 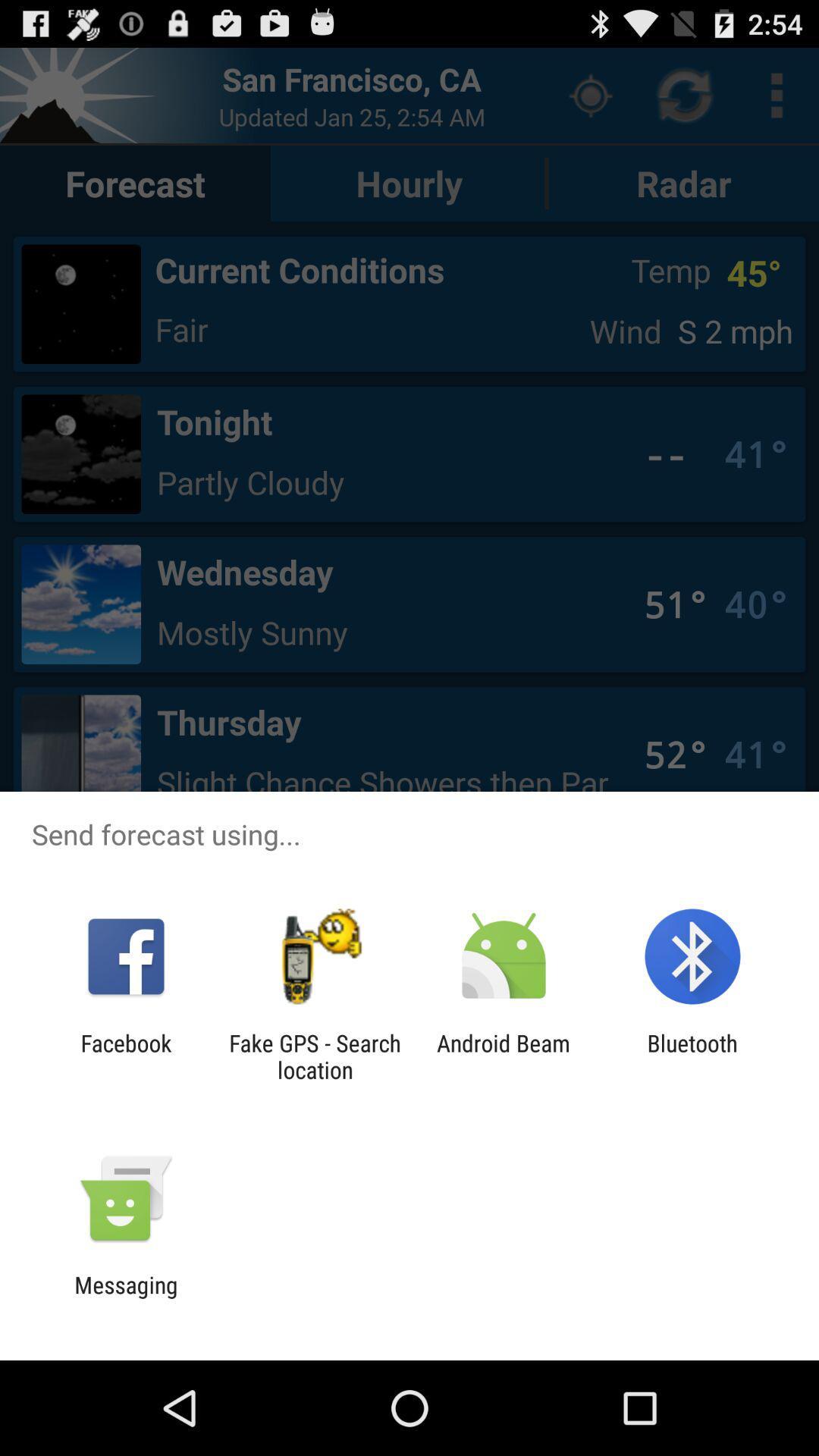 I want to click on the icon to the right of fake gps search icon, so click(x=504, y=1056).